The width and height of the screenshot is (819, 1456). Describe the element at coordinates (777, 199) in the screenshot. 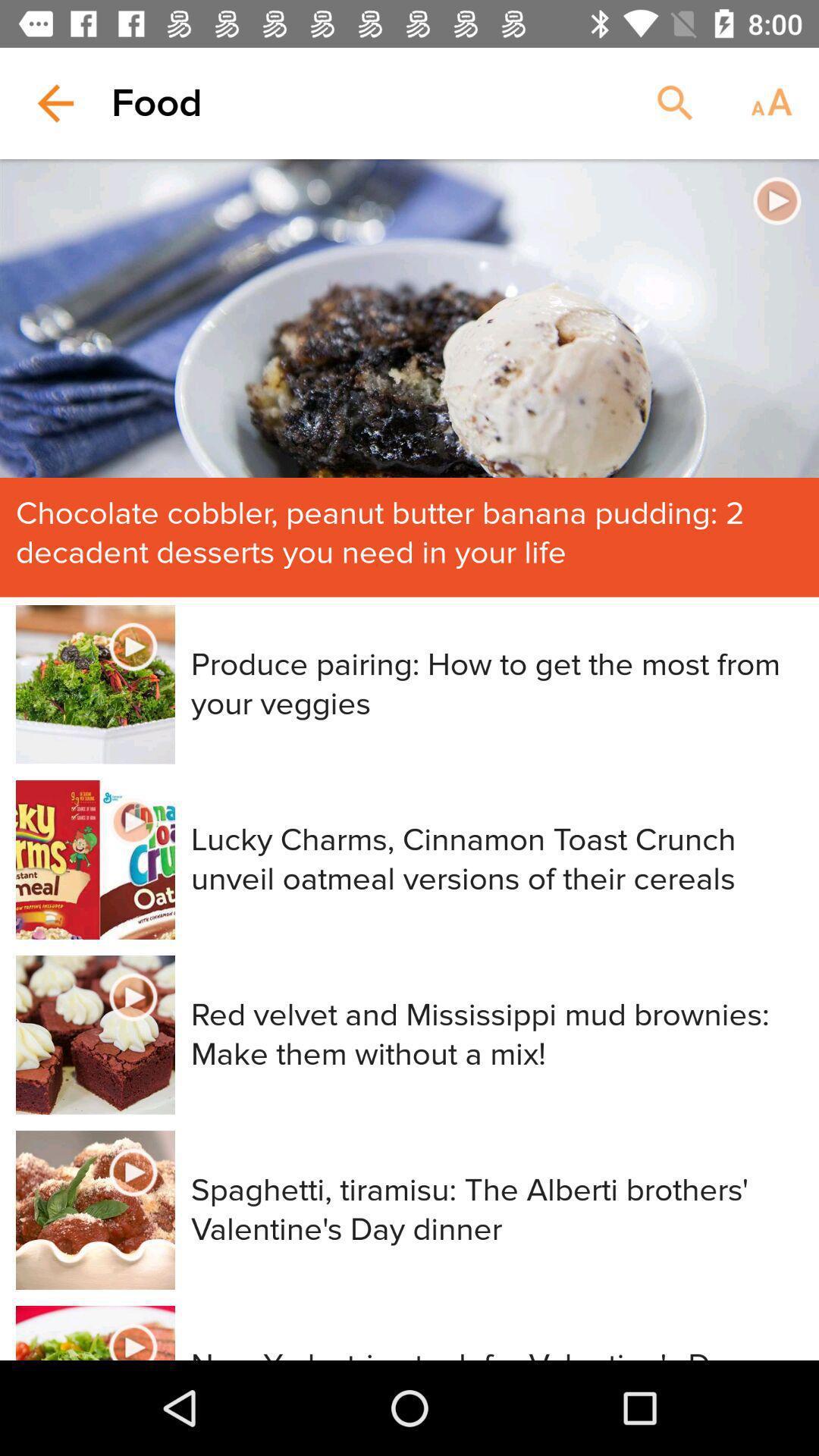

I see `the play button from the top right` at that location.